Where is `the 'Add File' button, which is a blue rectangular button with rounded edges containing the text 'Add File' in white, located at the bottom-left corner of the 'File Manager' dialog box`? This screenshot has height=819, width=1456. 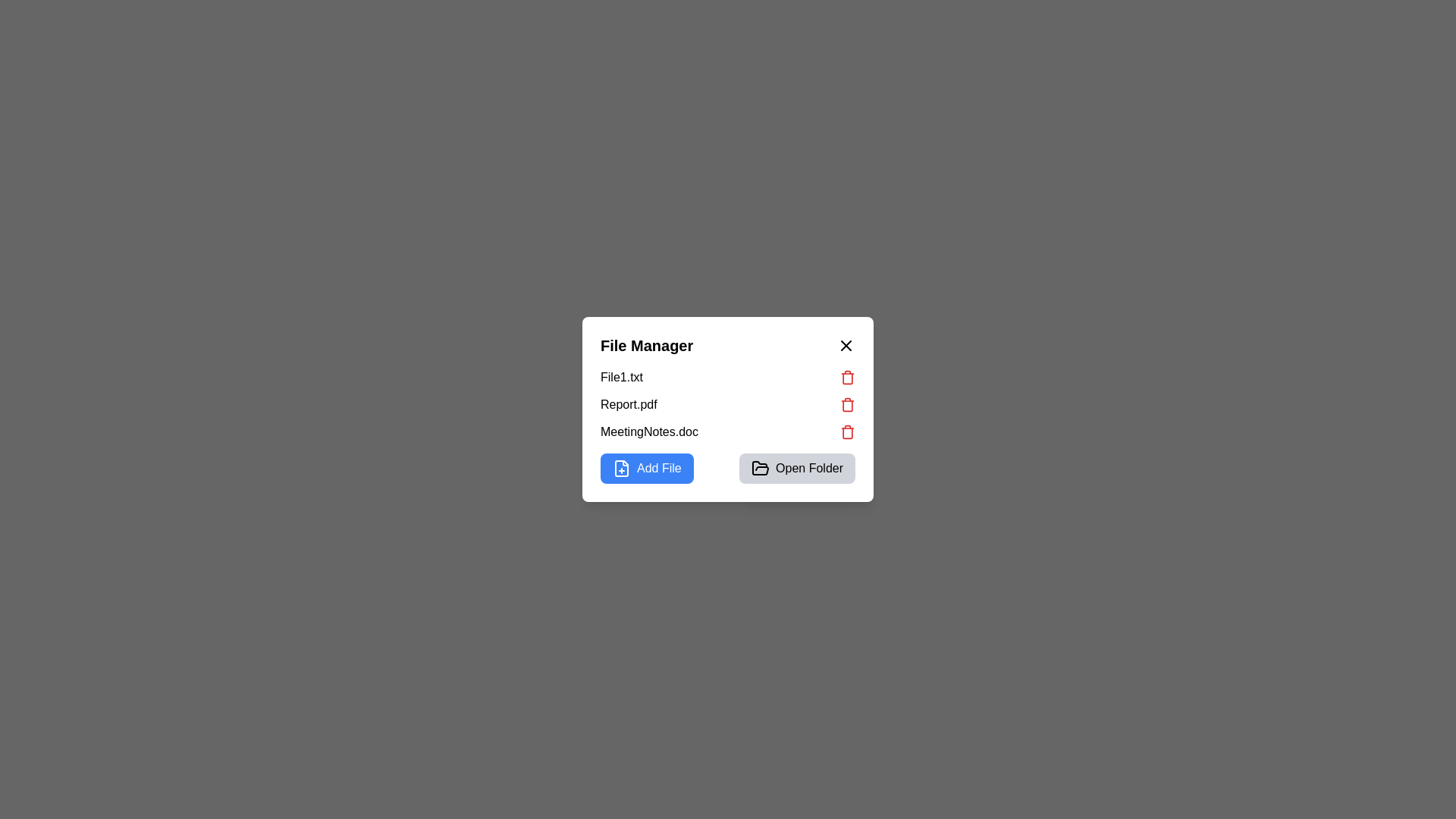
the 'Add File' button, which is a blue rectangular button with rounded edges containing the text 'Add File' in white, located at the bottom-left corner of the 'File Manager' dialog box is located at coordinates (659, 467).